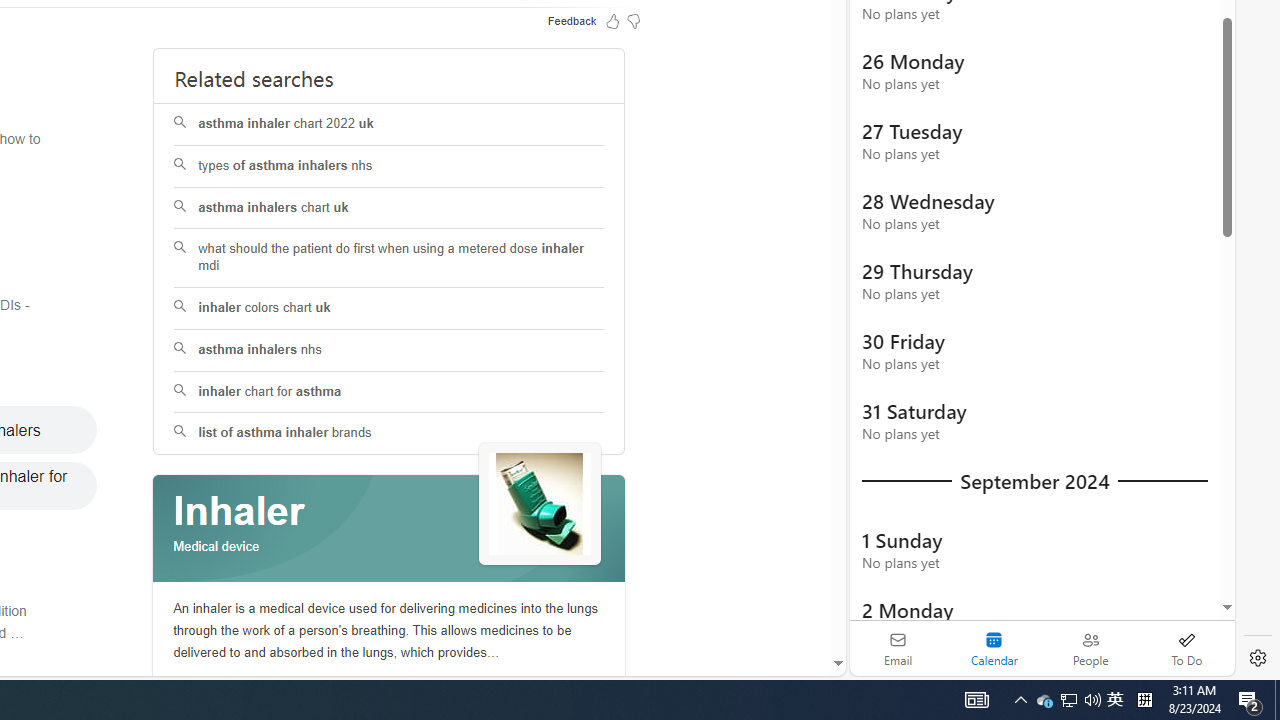 The height and width of the screenshot is (720, 1280). Describe the element at coordinates (389, 528) in the screenshot. I see `'Class: spl_logobg'` at that location.